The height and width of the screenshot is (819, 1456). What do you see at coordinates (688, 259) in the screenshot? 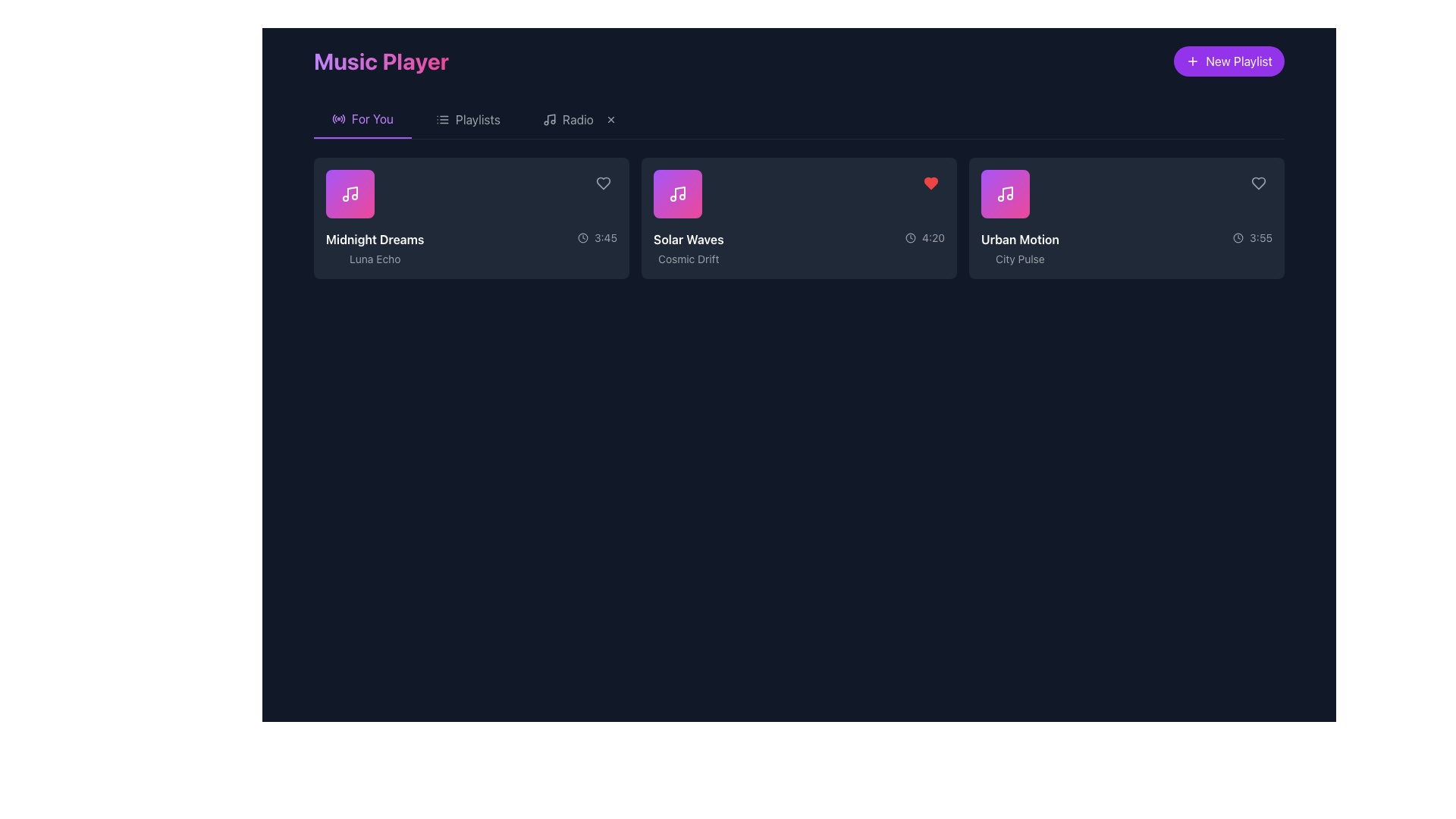
I see `the text label displaying 'Cosmic Drift' which is styled in gray and positioned below 'Solar Waves' in the music player interface` at bounding box center [688, 259].